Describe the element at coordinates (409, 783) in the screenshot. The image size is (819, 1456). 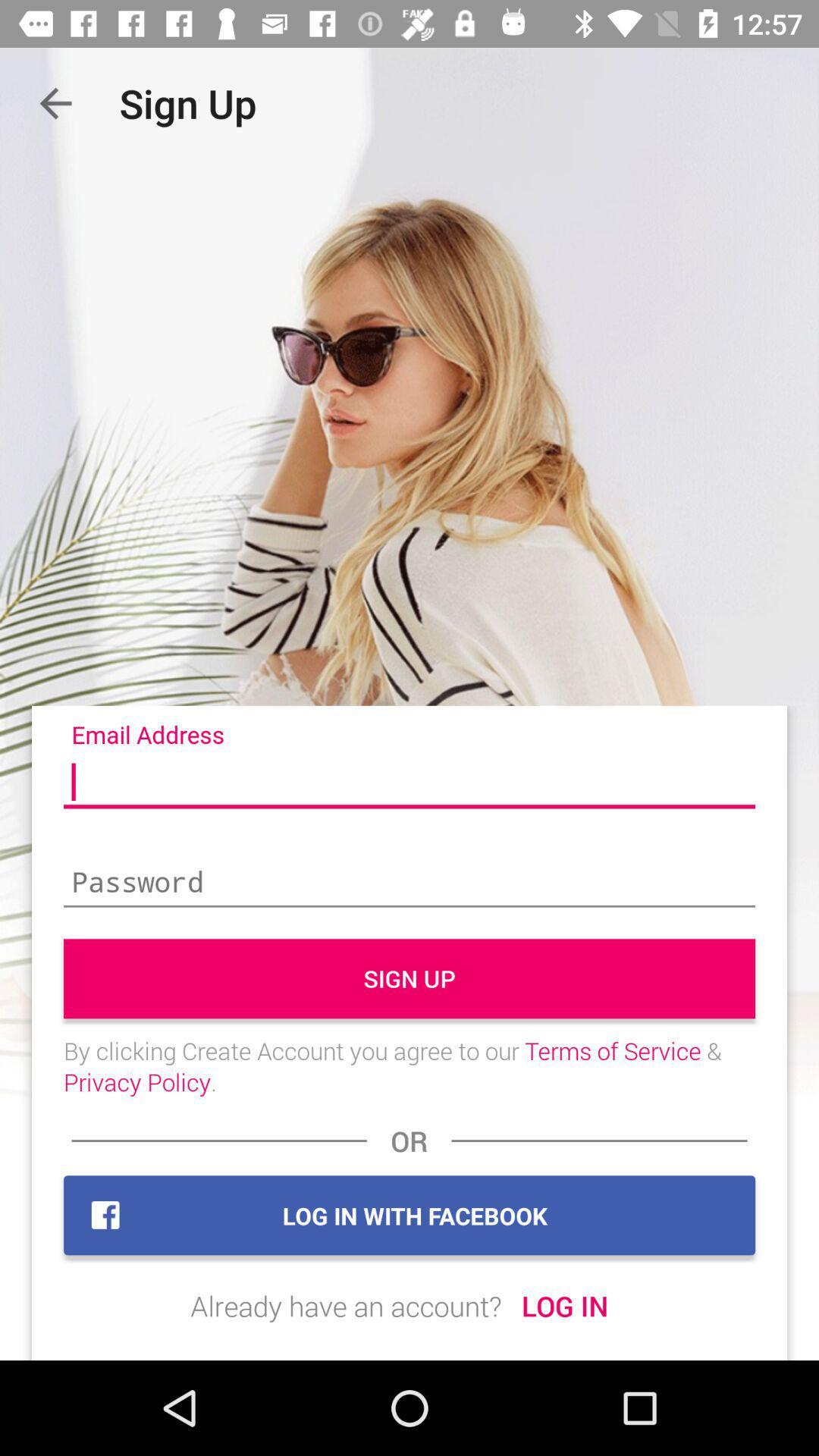
I see `e-mail address` at that location.